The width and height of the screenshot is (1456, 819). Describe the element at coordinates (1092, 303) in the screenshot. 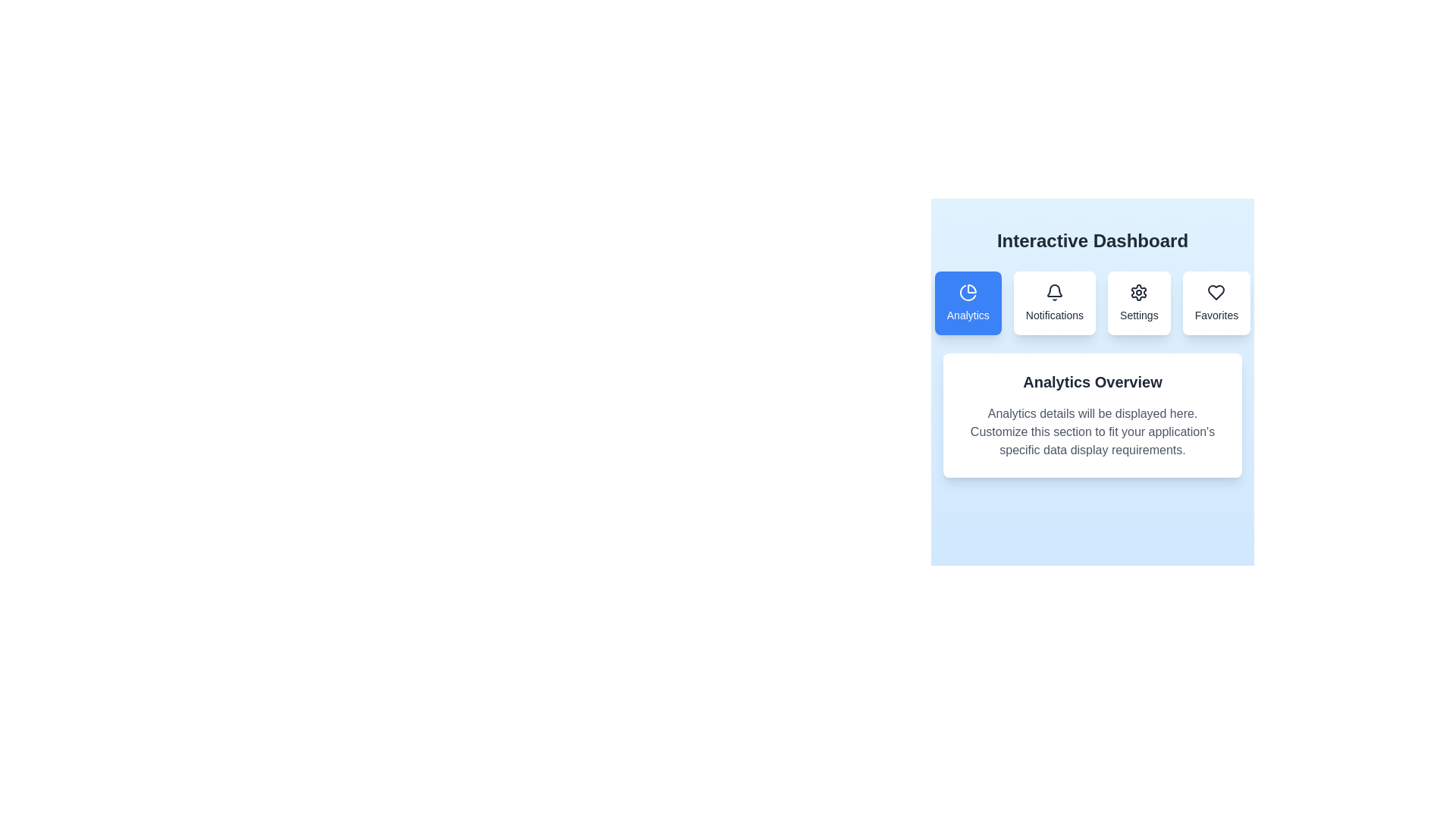

I see `the 'Notifications' icon in the Navigational menu located at the top-center of the interface` at that location.